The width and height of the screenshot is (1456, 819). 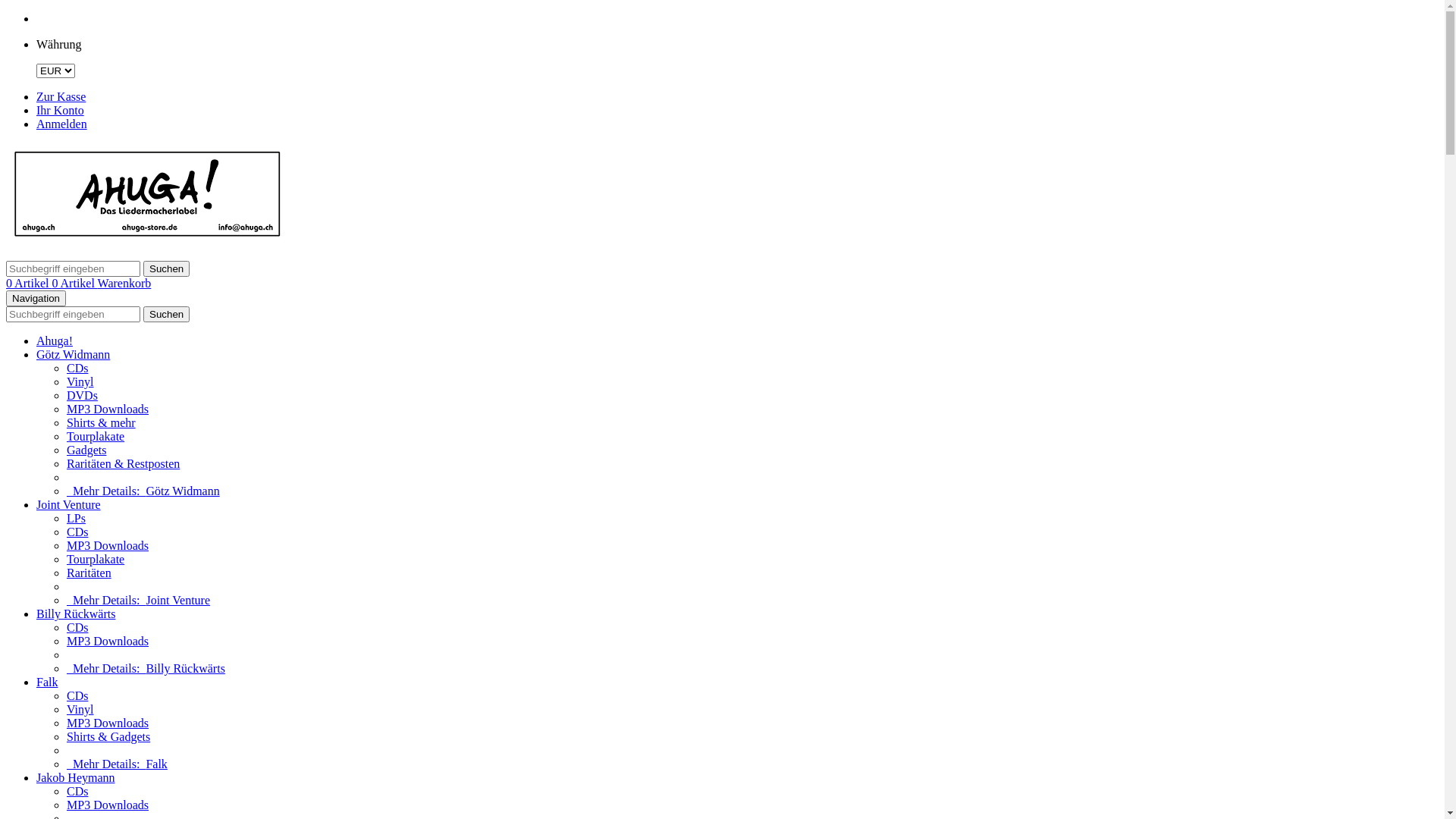 What do you see at coordinates (65, 764) in the screenshot?
I see `'  Mehr Details:  Falk'` at bounding box center [65, 764].